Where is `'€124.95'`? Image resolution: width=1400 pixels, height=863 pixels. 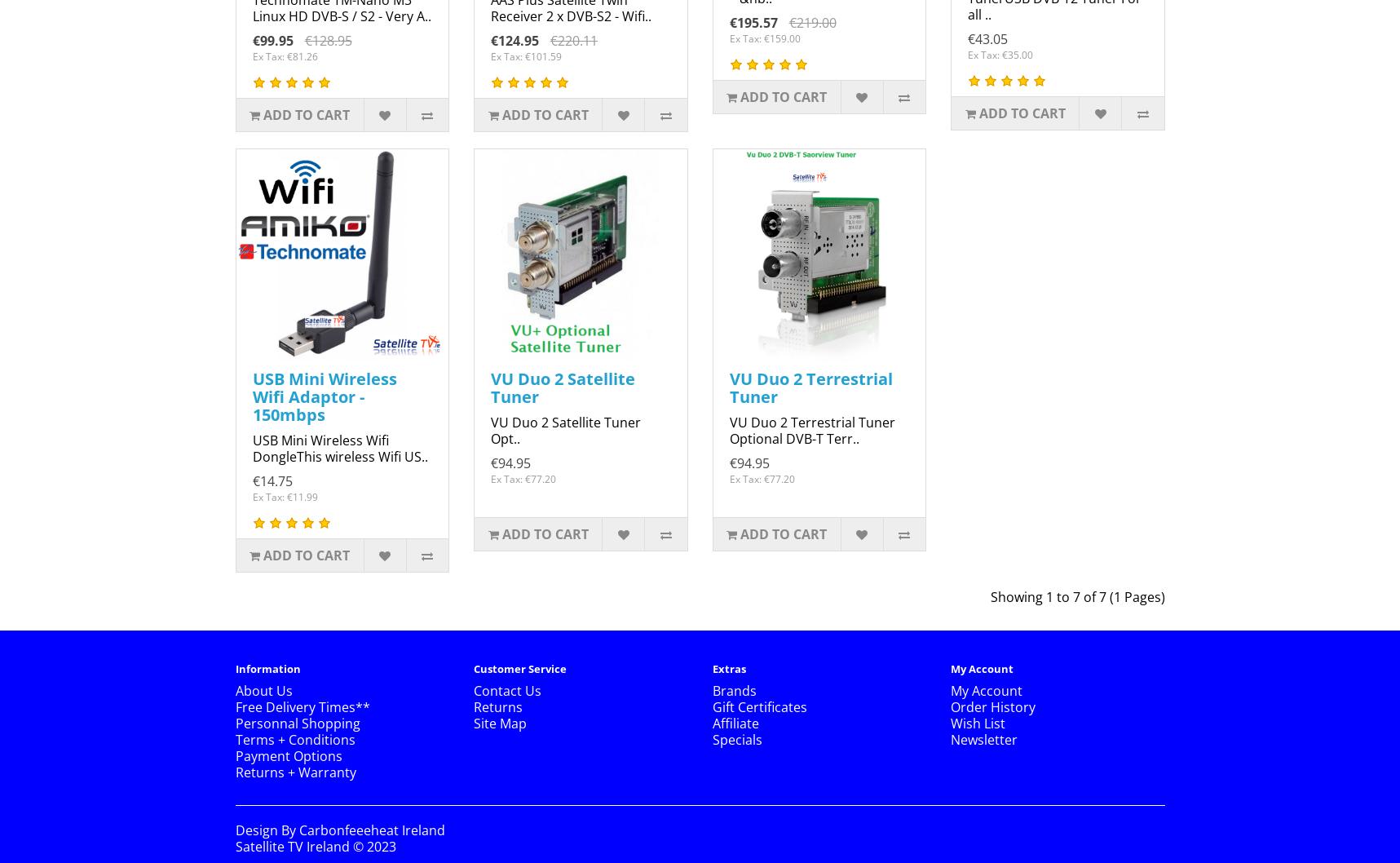
'€124.95' is located at coordinates (514, 41).